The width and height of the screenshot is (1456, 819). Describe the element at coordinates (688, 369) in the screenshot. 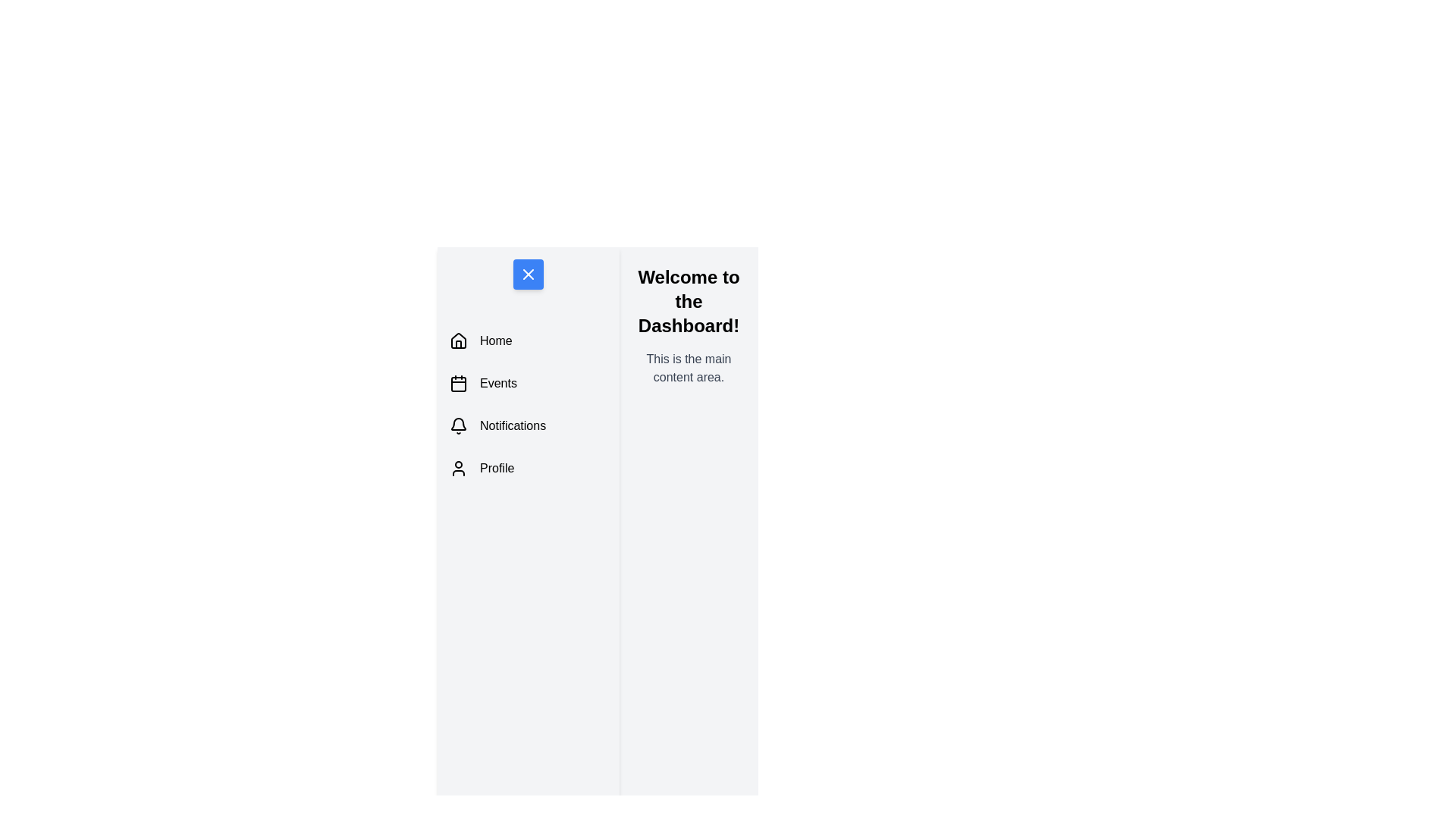

I see `the static text label located below the 'Welcome to the Dashboard!' element on the right side of the interface` at that location.